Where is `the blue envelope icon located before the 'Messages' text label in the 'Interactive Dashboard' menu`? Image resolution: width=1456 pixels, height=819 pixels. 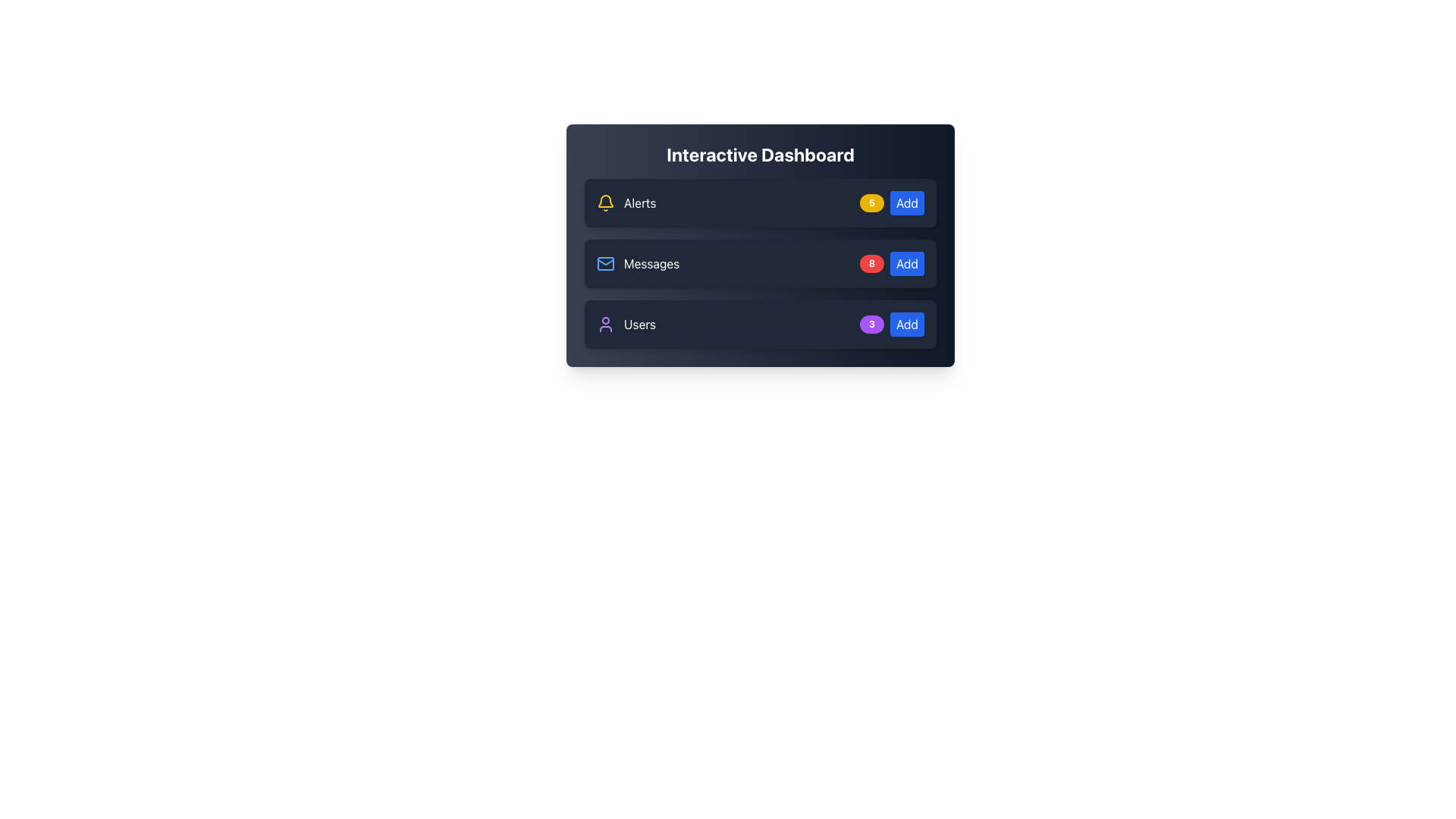
the blue envelope icon located before the 'Messages' text label in the 'Interactive Dashboard' menu is located at coordinates (604, 262).